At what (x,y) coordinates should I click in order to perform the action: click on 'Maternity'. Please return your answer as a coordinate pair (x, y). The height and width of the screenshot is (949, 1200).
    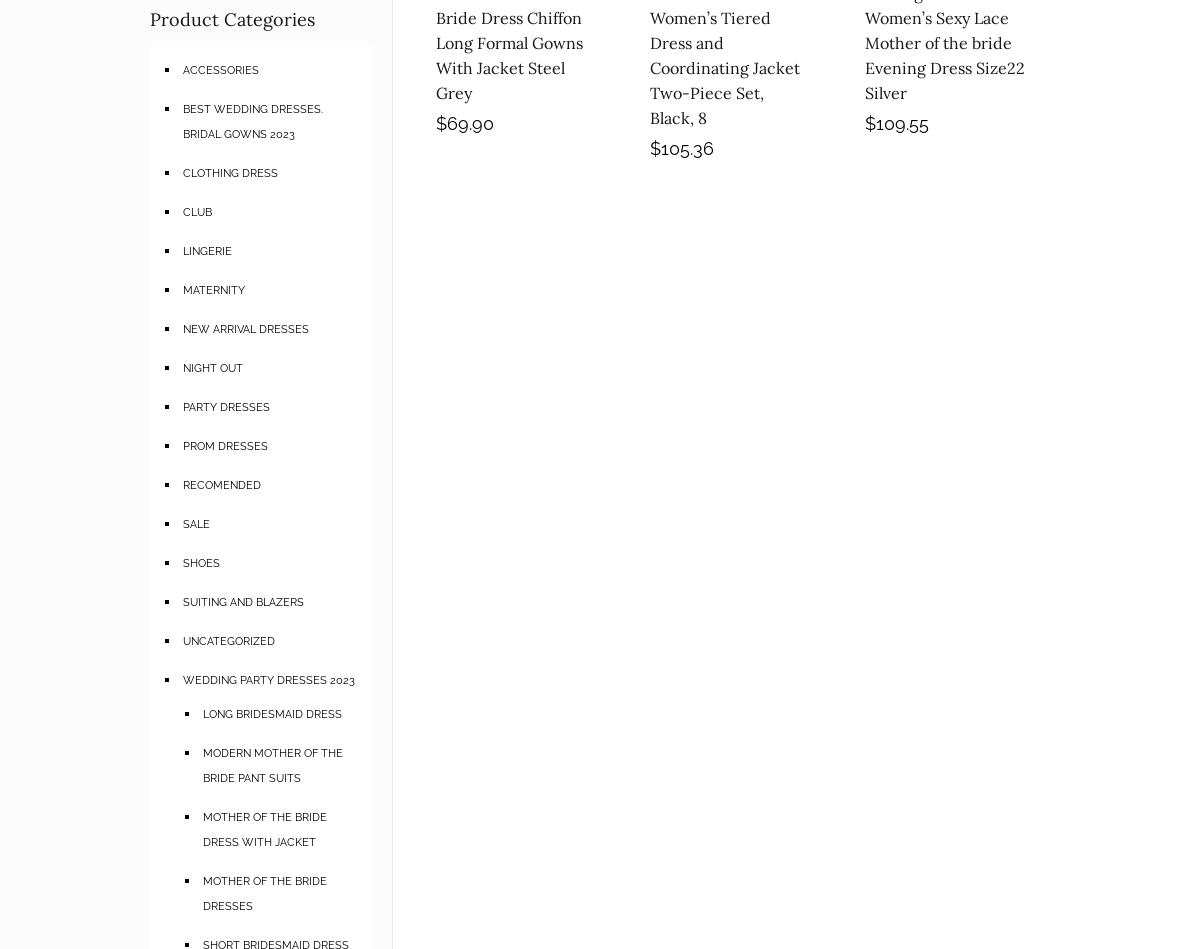
    Looking at the image, I should click on (212, 287).